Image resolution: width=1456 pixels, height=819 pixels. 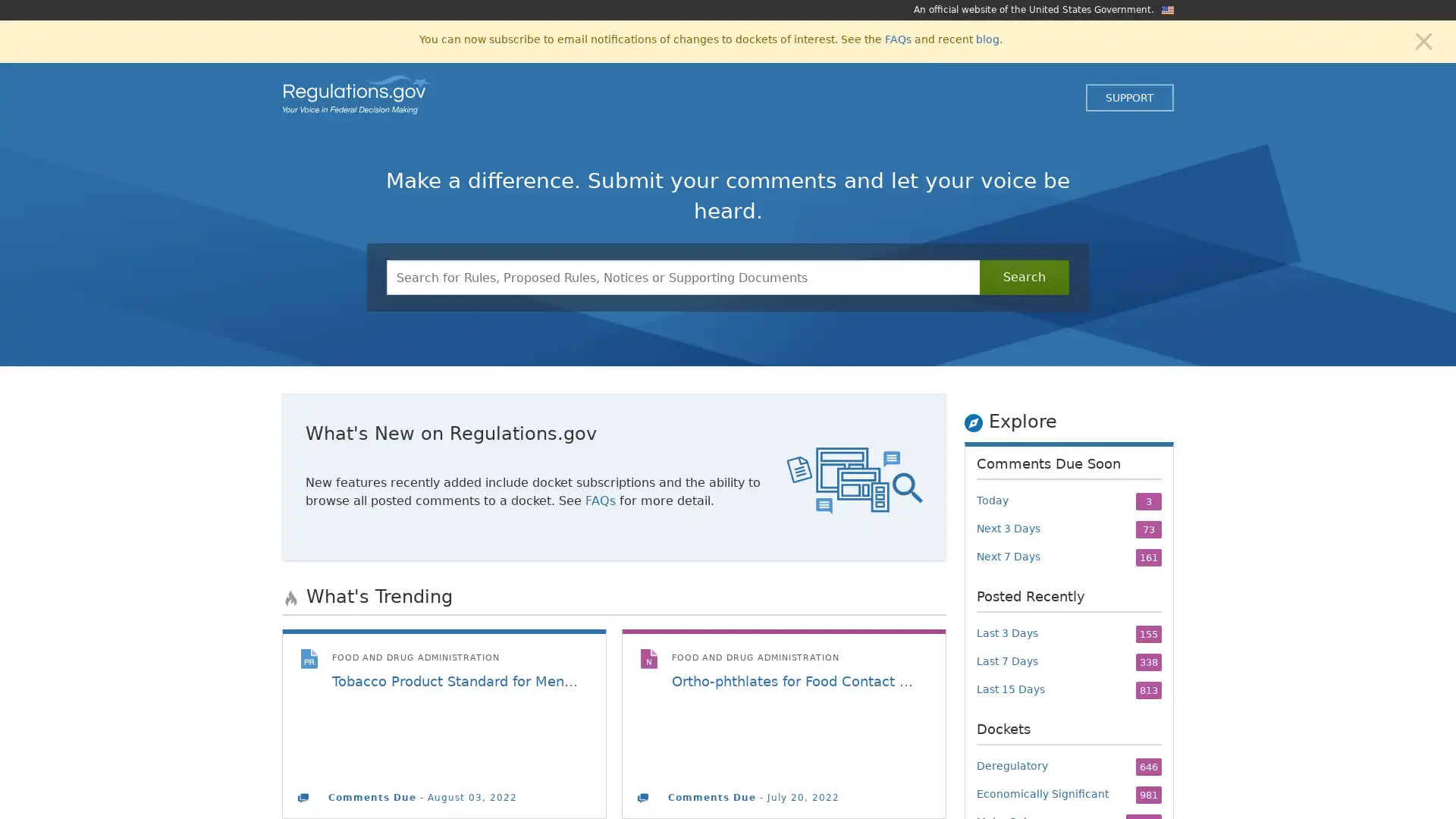 I want to click on Search, so click(x=1024, y=278).